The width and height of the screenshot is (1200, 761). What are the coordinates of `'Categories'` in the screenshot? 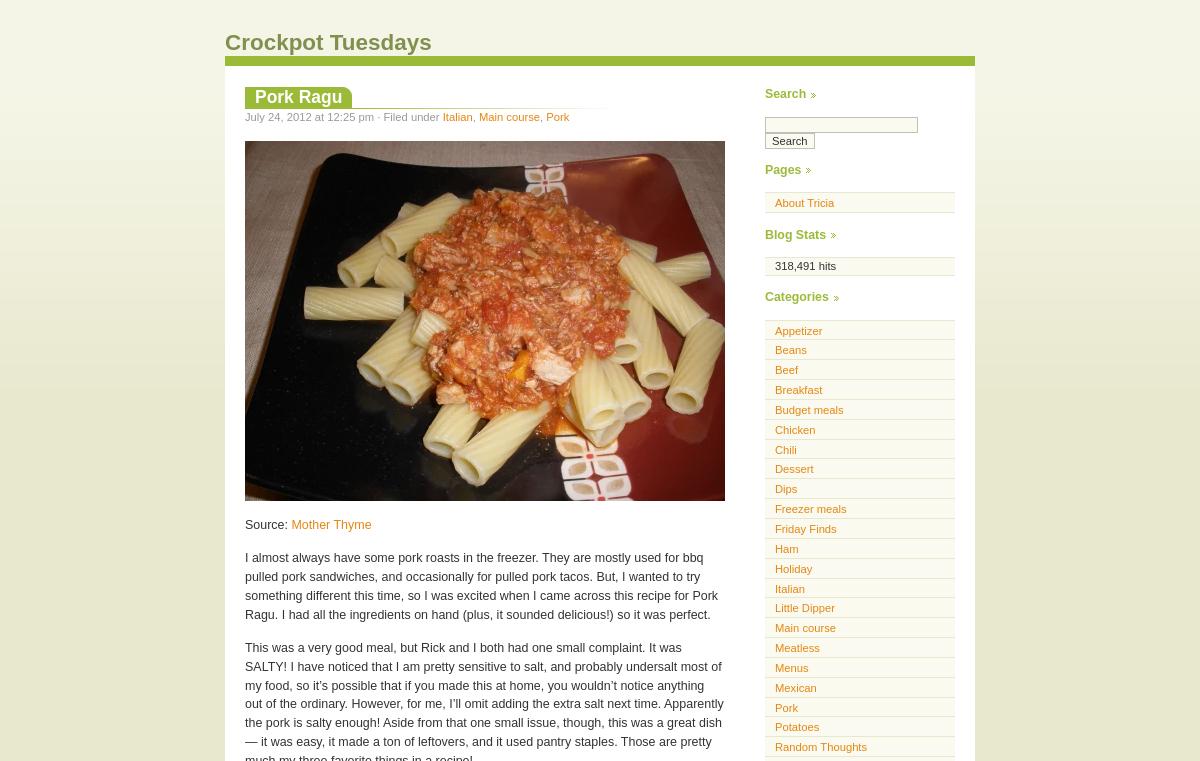 It's located at (795, 297).